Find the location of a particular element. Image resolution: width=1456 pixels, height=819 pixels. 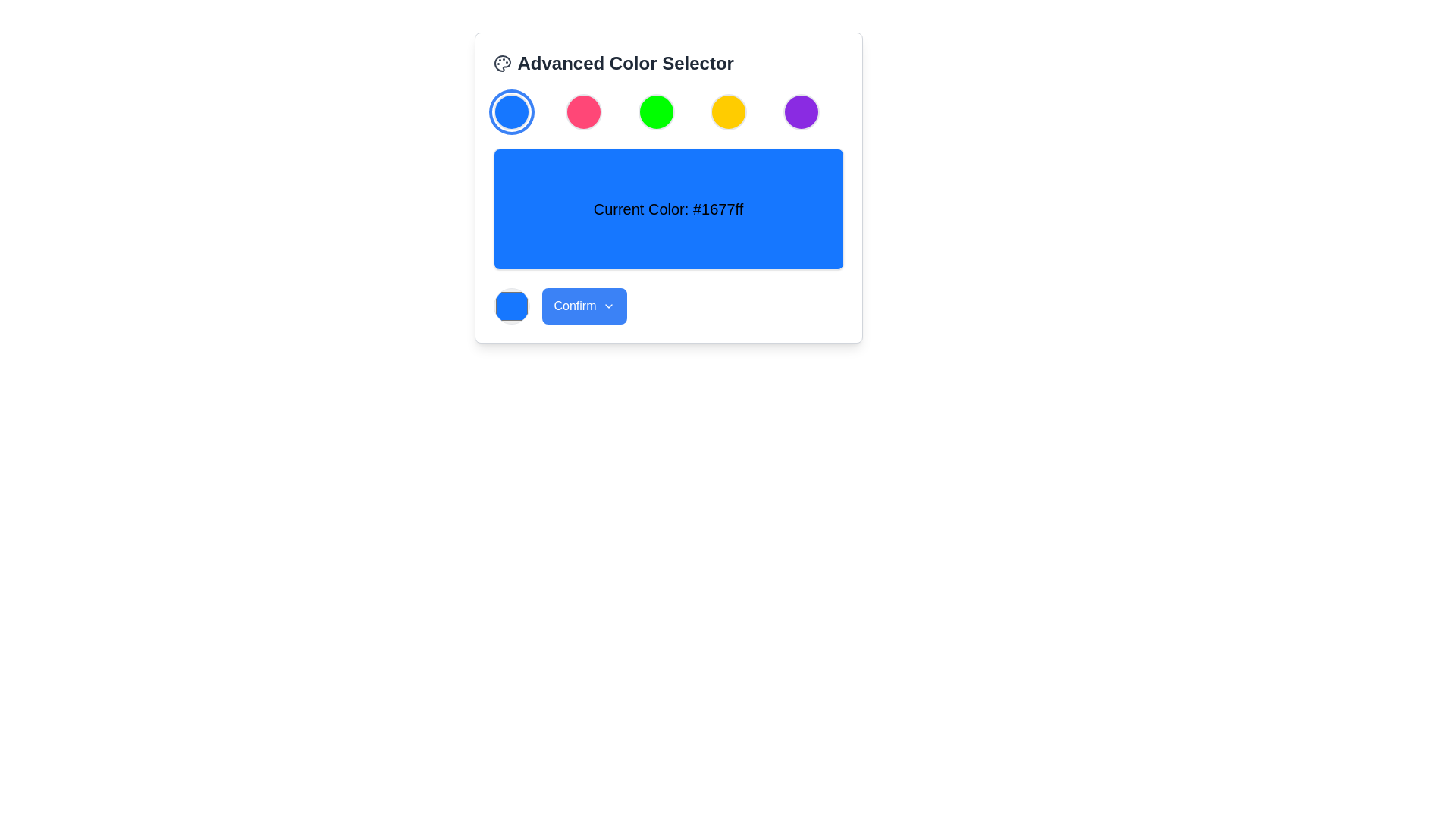

the circular button with a purple background located at the rightmost side of the row in the 'Advanced Color Selector' section to observe the scaling effect is located at coordinates (800, 111).